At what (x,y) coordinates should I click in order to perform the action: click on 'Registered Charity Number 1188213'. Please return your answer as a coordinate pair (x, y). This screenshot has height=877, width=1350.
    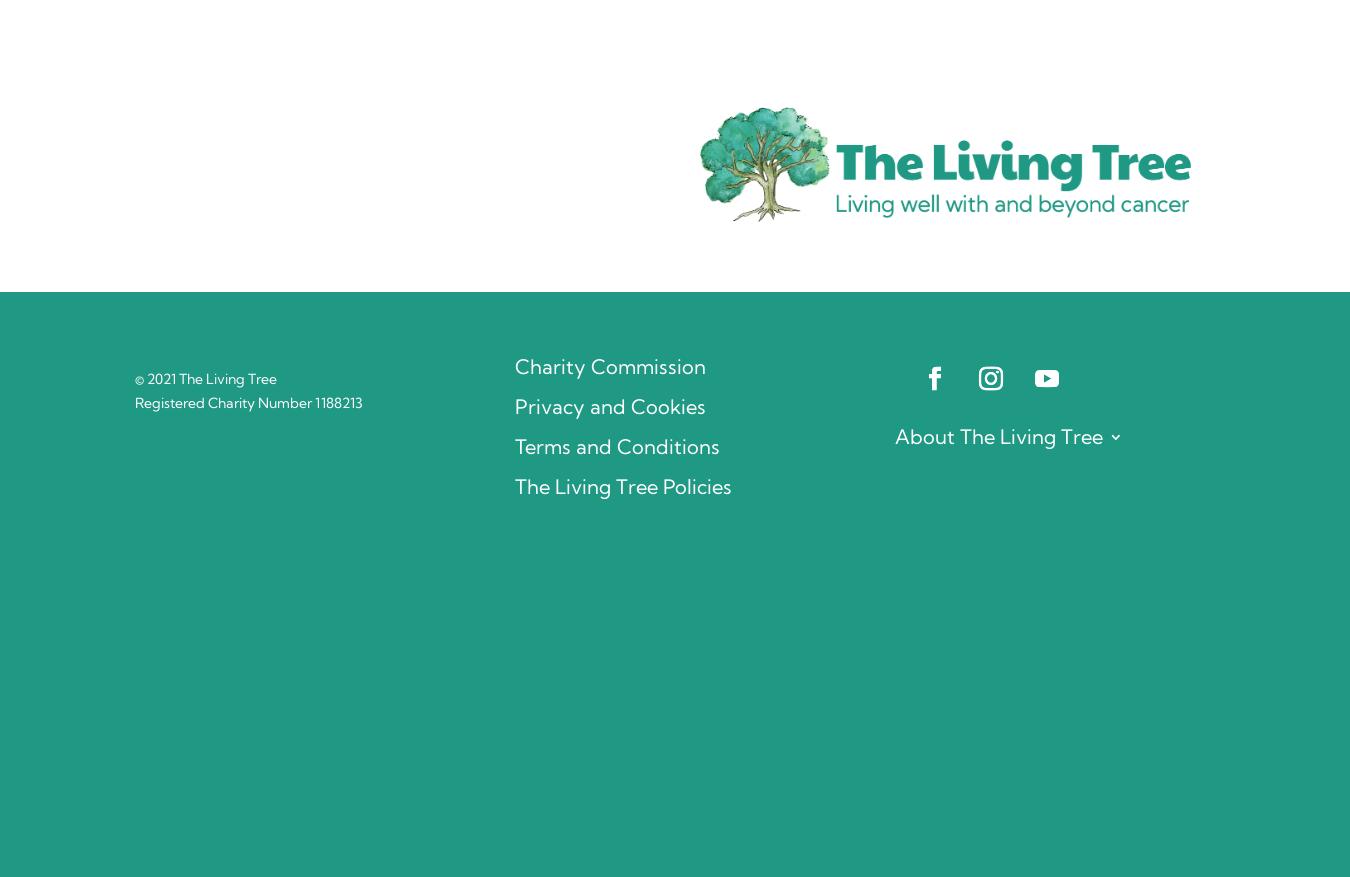
    Looking at the image, I should click on (247, 401).